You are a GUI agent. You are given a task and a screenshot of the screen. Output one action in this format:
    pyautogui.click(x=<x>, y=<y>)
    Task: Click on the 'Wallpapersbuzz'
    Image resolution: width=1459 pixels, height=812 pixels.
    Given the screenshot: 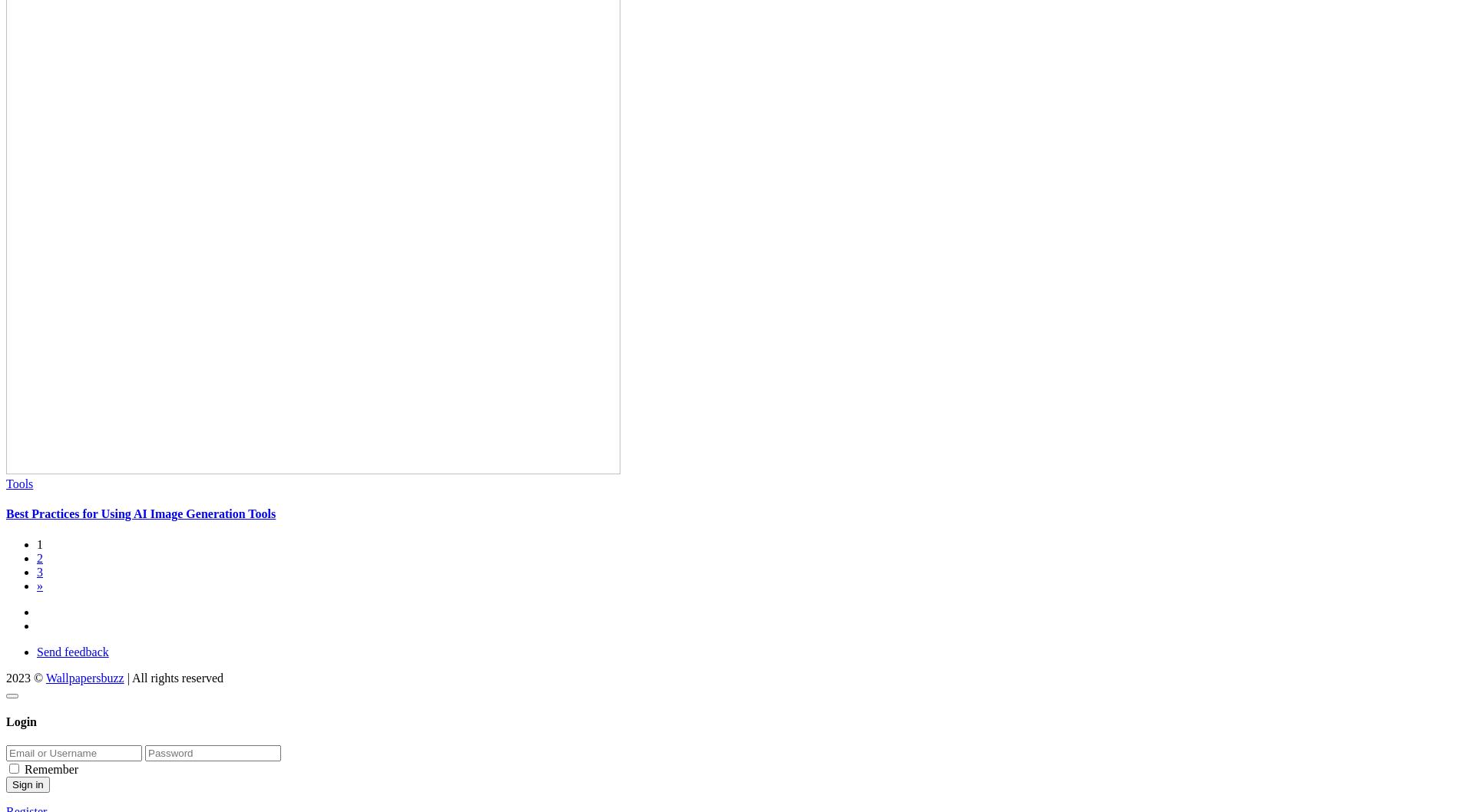 What is the action you would take?
    pyautogui.click(x=45, y=677)
    